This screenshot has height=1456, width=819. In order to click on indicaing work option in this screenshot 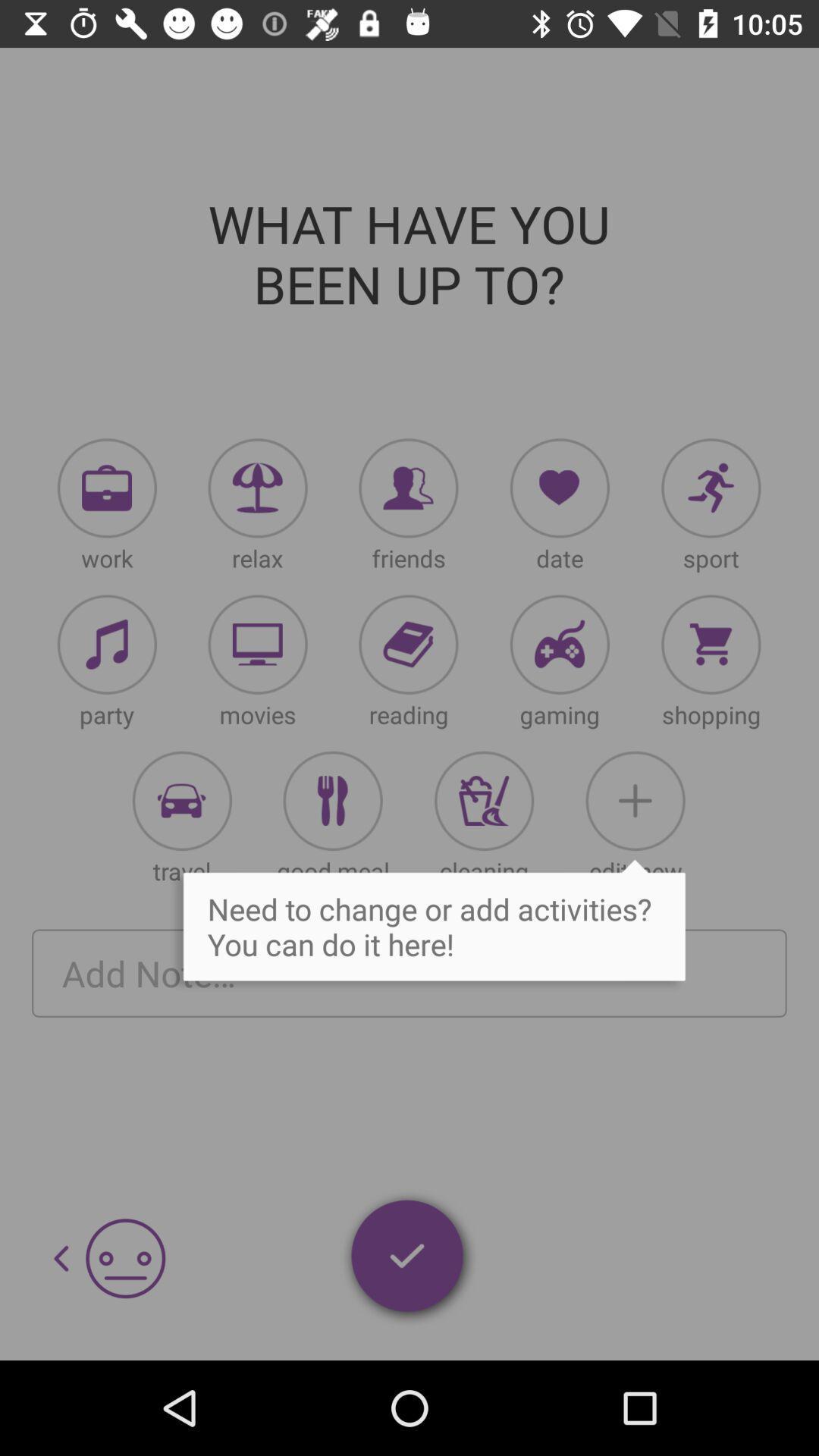, I will do `click(106, 488)`.